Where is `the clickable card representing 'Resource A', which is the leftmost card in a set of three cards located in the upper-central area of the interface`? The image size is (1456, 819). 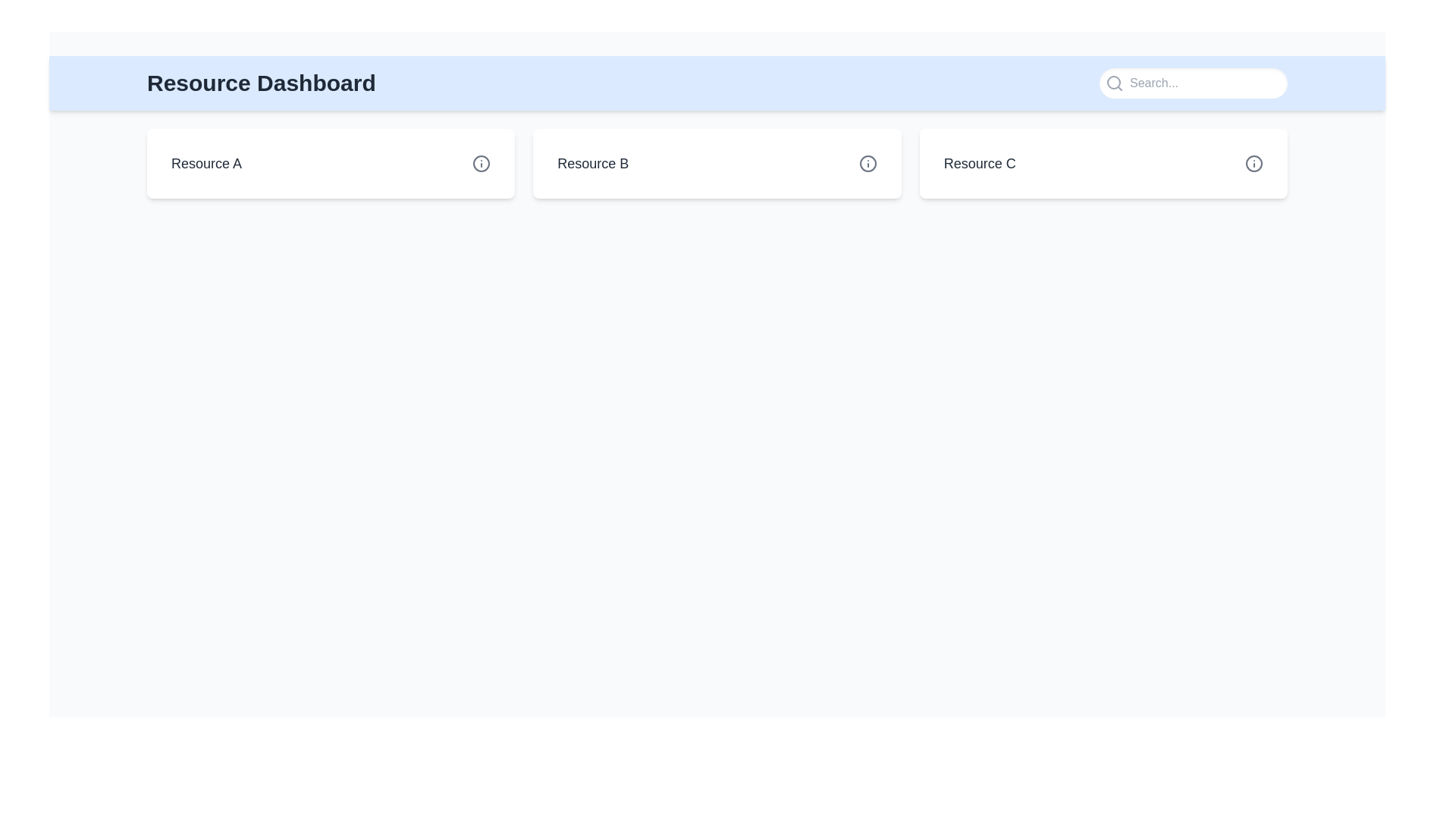 the clickable card representing 'Resource A', which is the leftmost card in a set of three cards located in the upper-central area of the interface is located at coordinates (330, 164).